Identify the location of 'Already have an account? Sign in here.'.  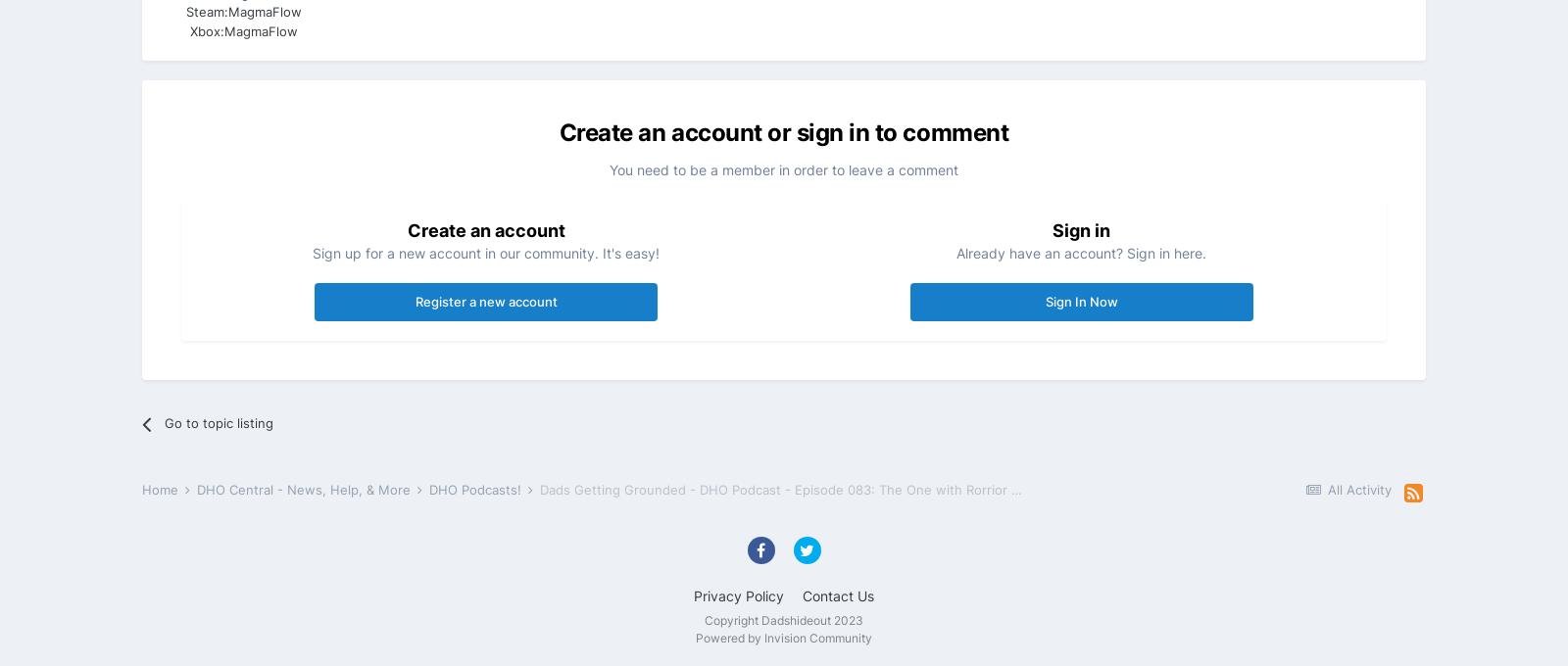
(955, 252).